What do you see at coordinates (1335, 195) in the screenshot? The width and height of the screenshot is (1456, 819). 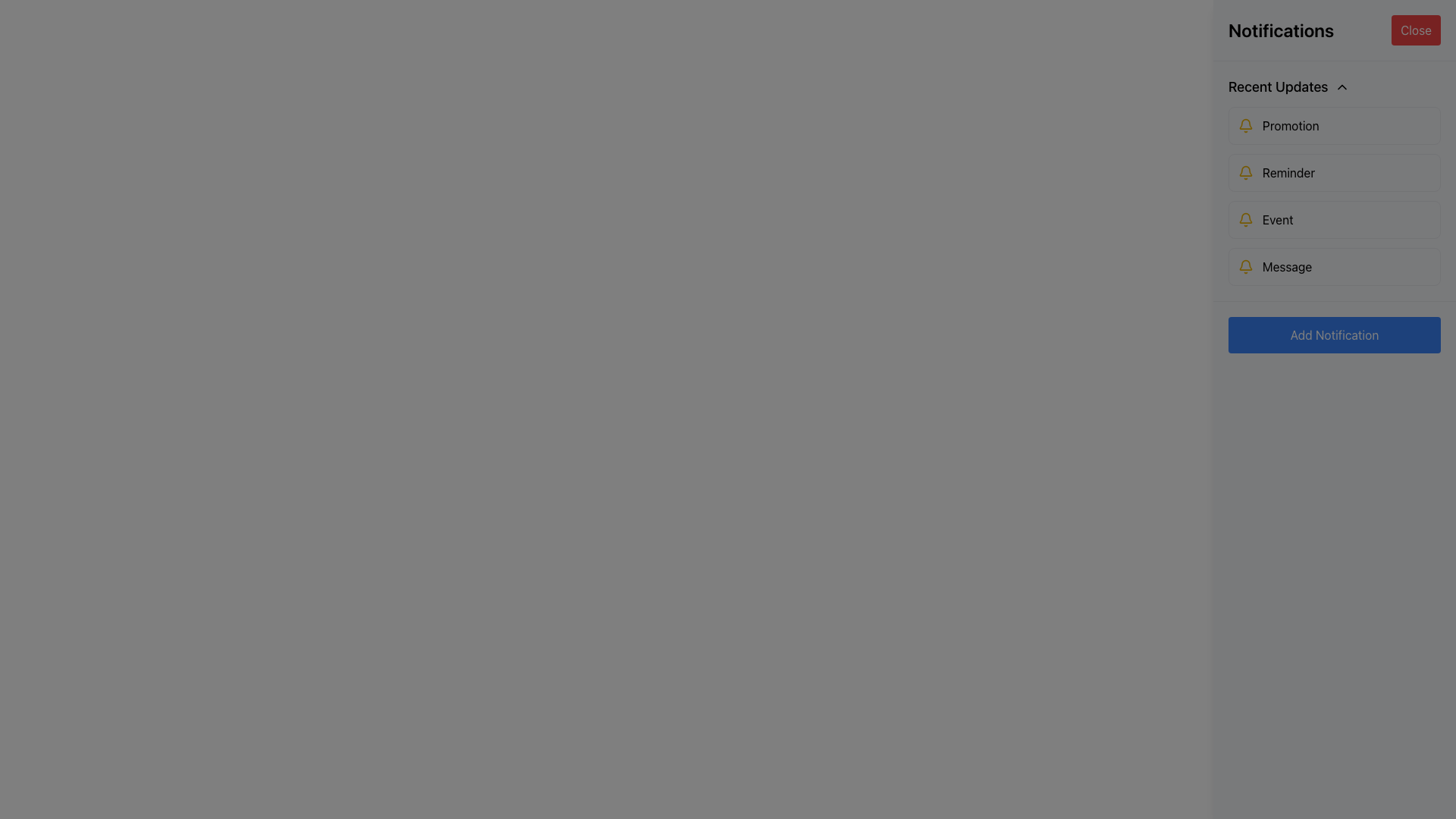 I see `the second item in the 'Recent Updates' section` at bounding box center [1335, 195].